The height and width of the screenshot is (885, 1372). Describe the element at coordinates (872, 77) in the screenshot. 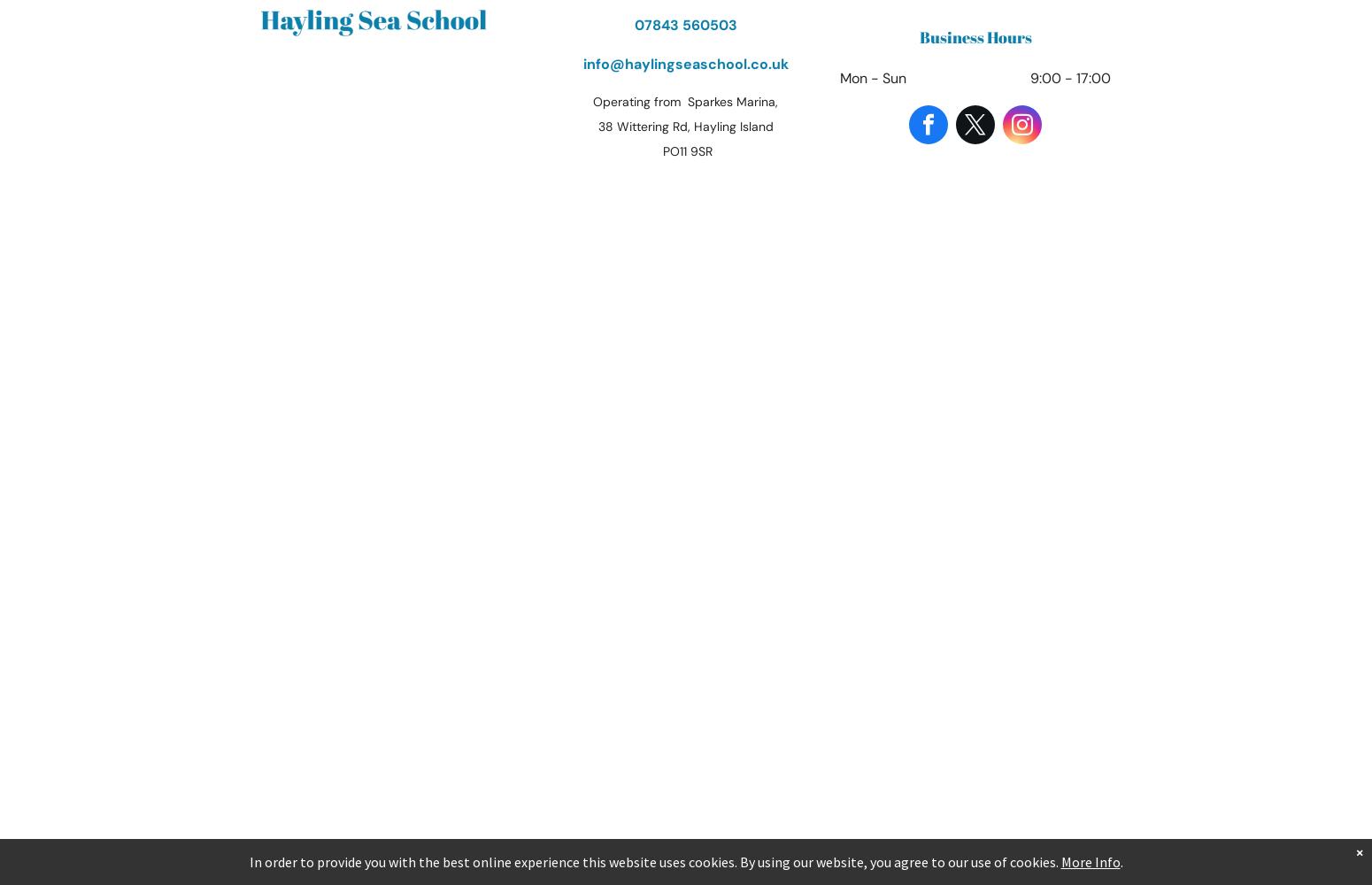

I see `'Mon - Sun'` at that location.